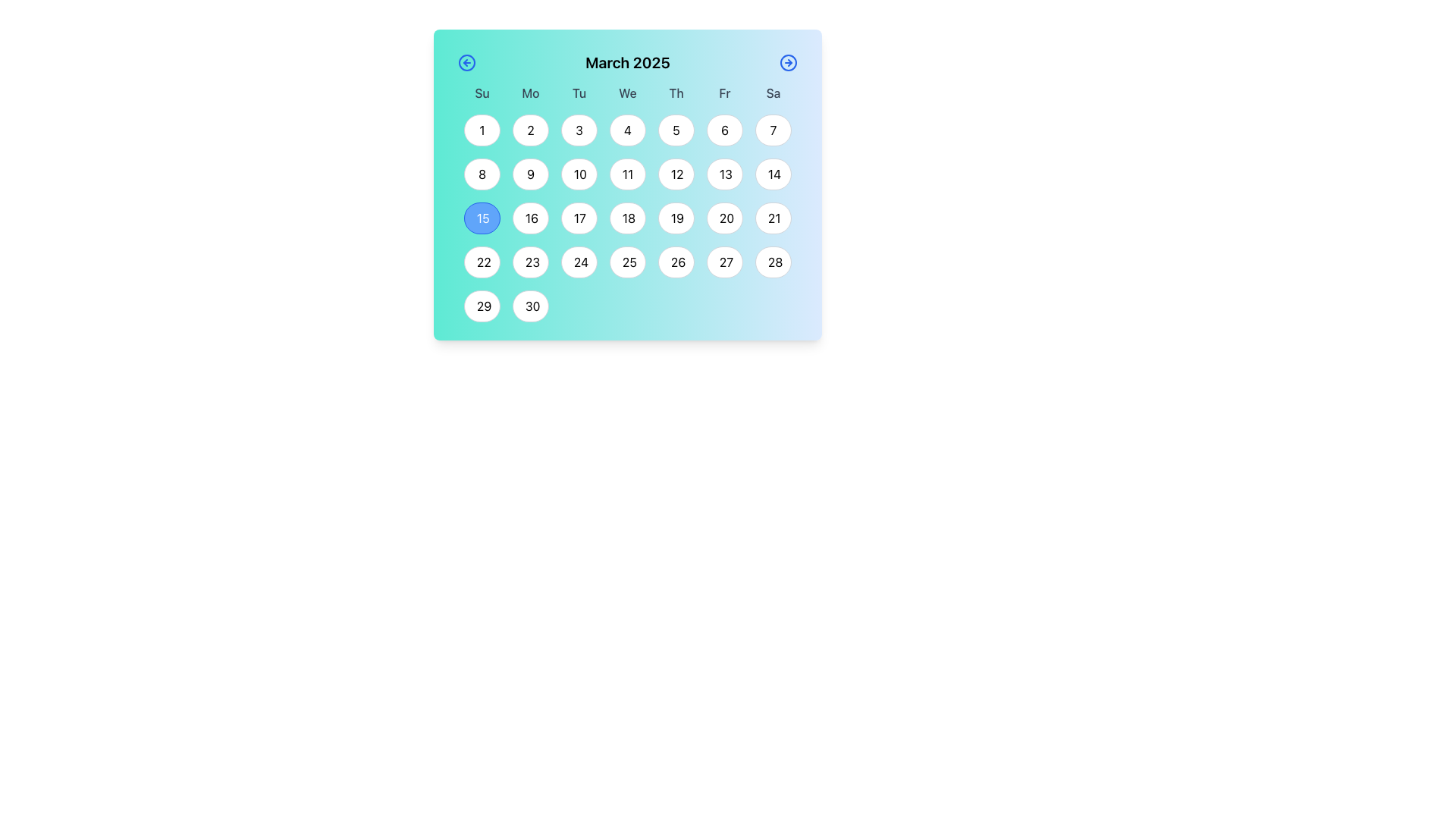 This screenshot has height=819, width=1456. I want to click on the circular button representing day '6', so click(723, 130).